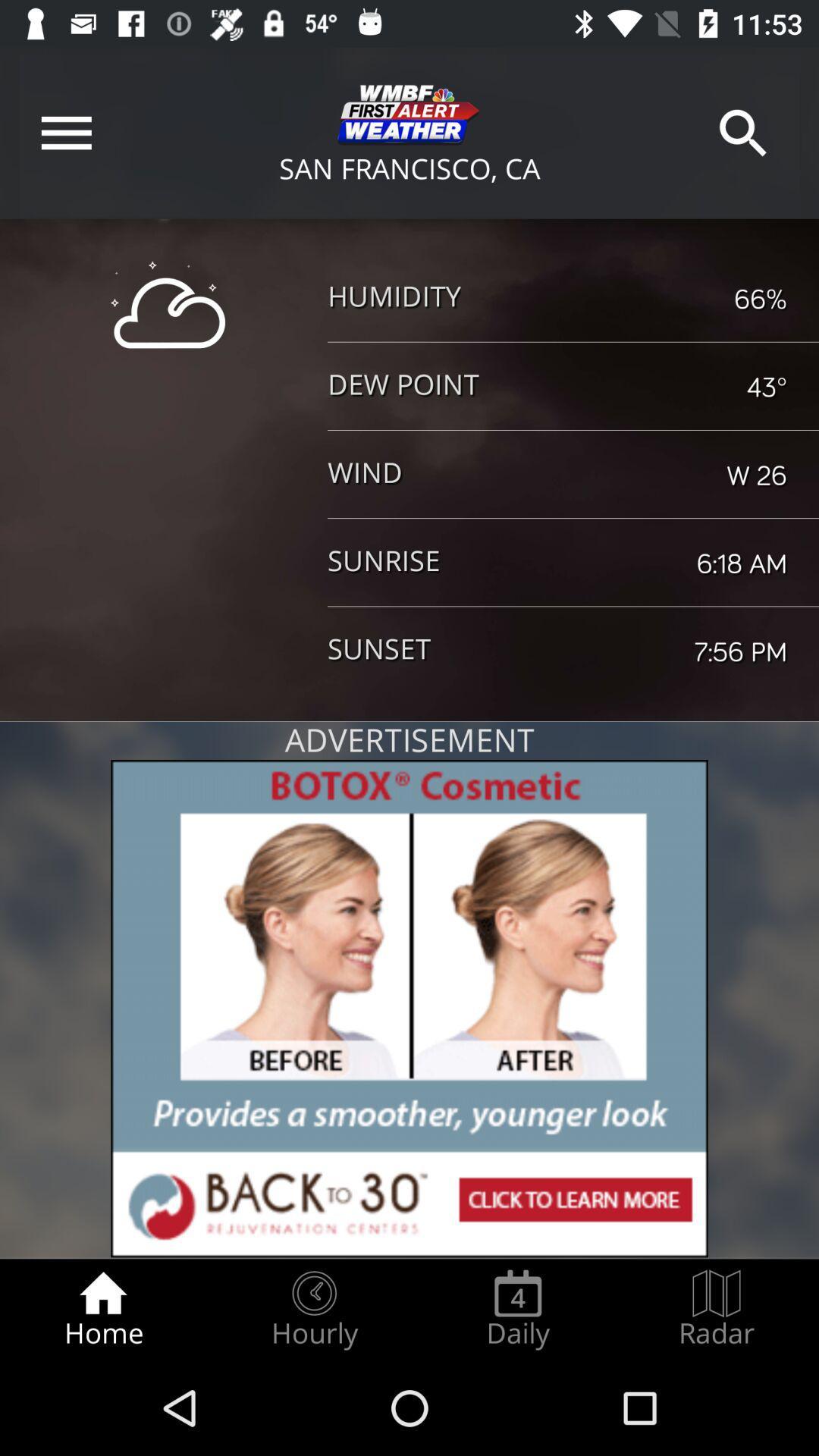 Image resolution: width=819 pixels, height=1456 pixels. I want to click on the item next to the radar item, so click(517, 1309).